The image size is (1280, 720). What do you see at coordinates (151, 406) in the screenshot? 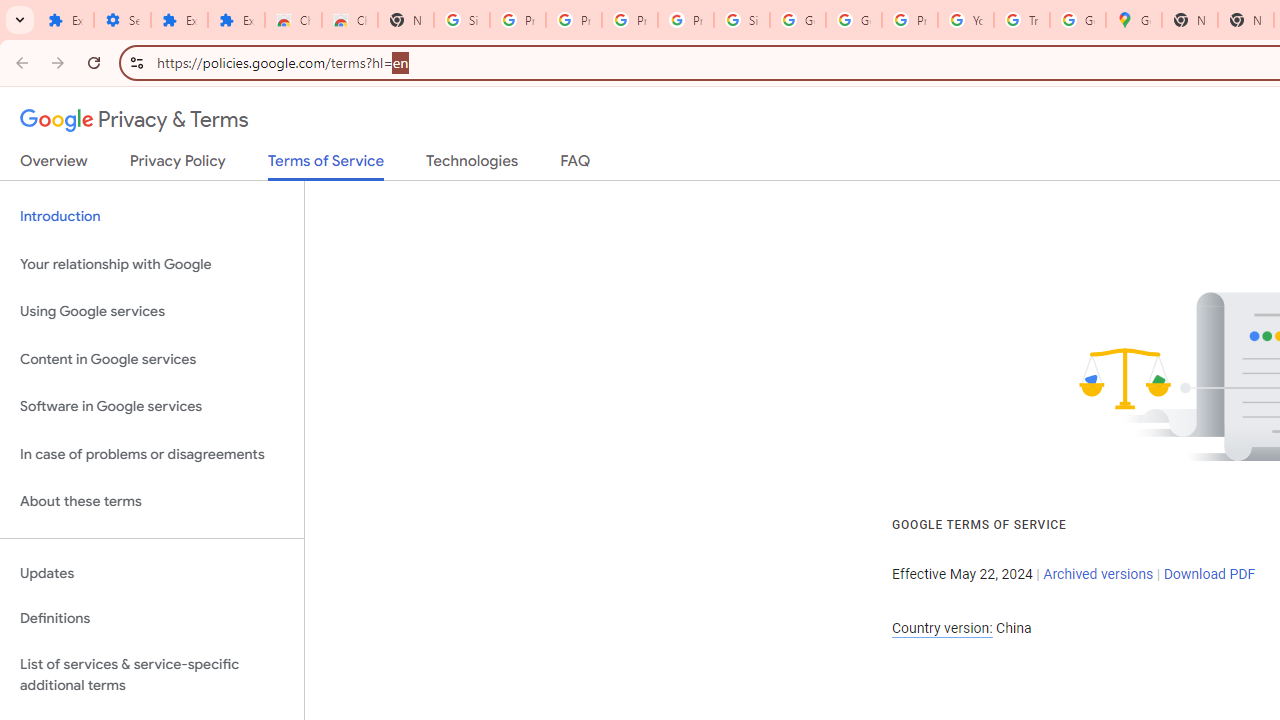
I see `'Software in Google services'` at bounding box center [151, 406].